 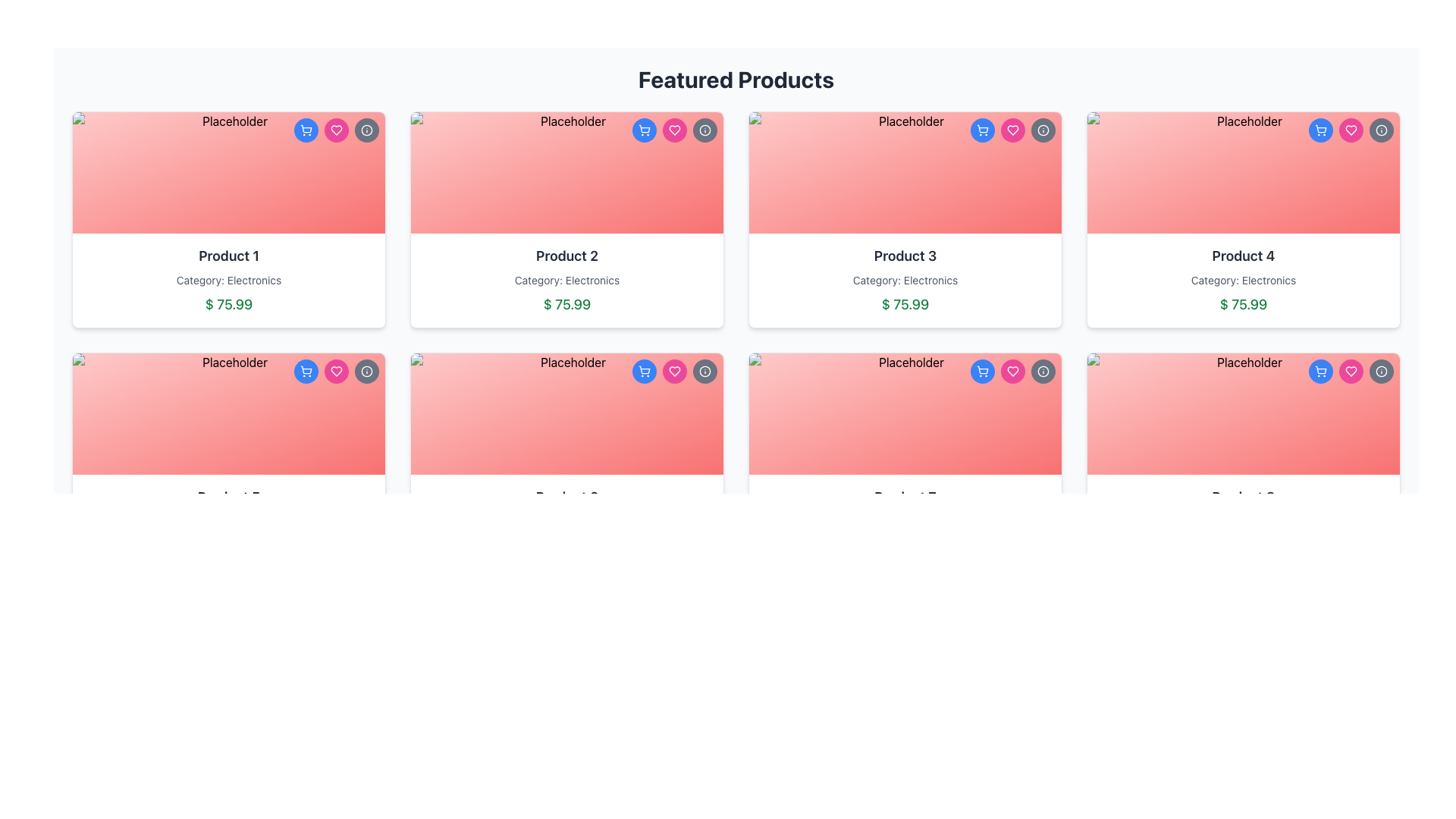 I want to click on the price tag displaying '$ 75.99' in green, bold font located at the bottom of the first product card under the 'Category: Electronics' label, so click(x=228, y=304).